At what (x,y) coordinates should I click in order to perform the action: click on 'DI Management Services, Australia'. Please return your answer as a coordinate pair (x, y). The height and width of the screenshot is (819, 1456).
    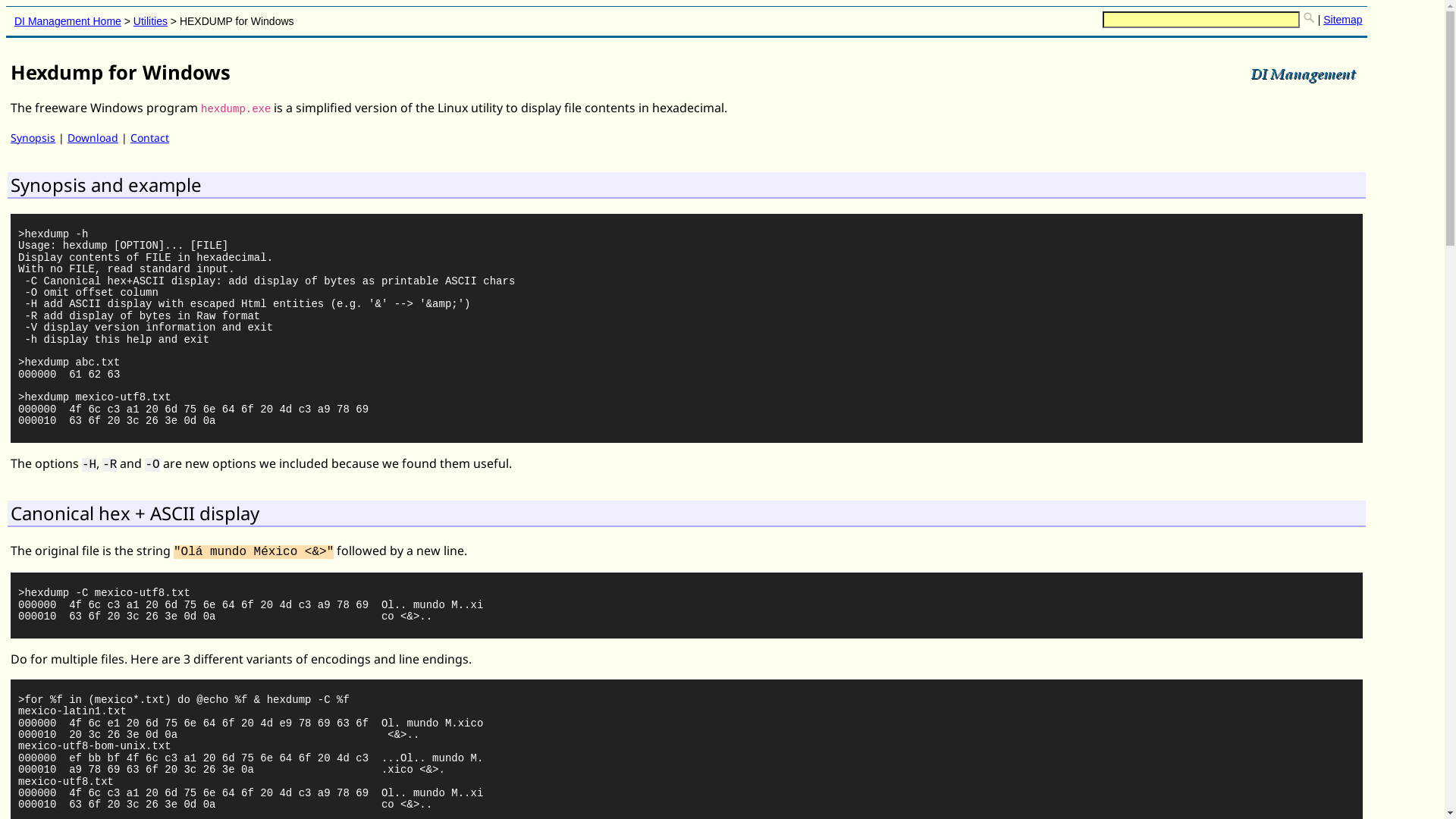
    Looking at the image, I should click on (1244, 74).